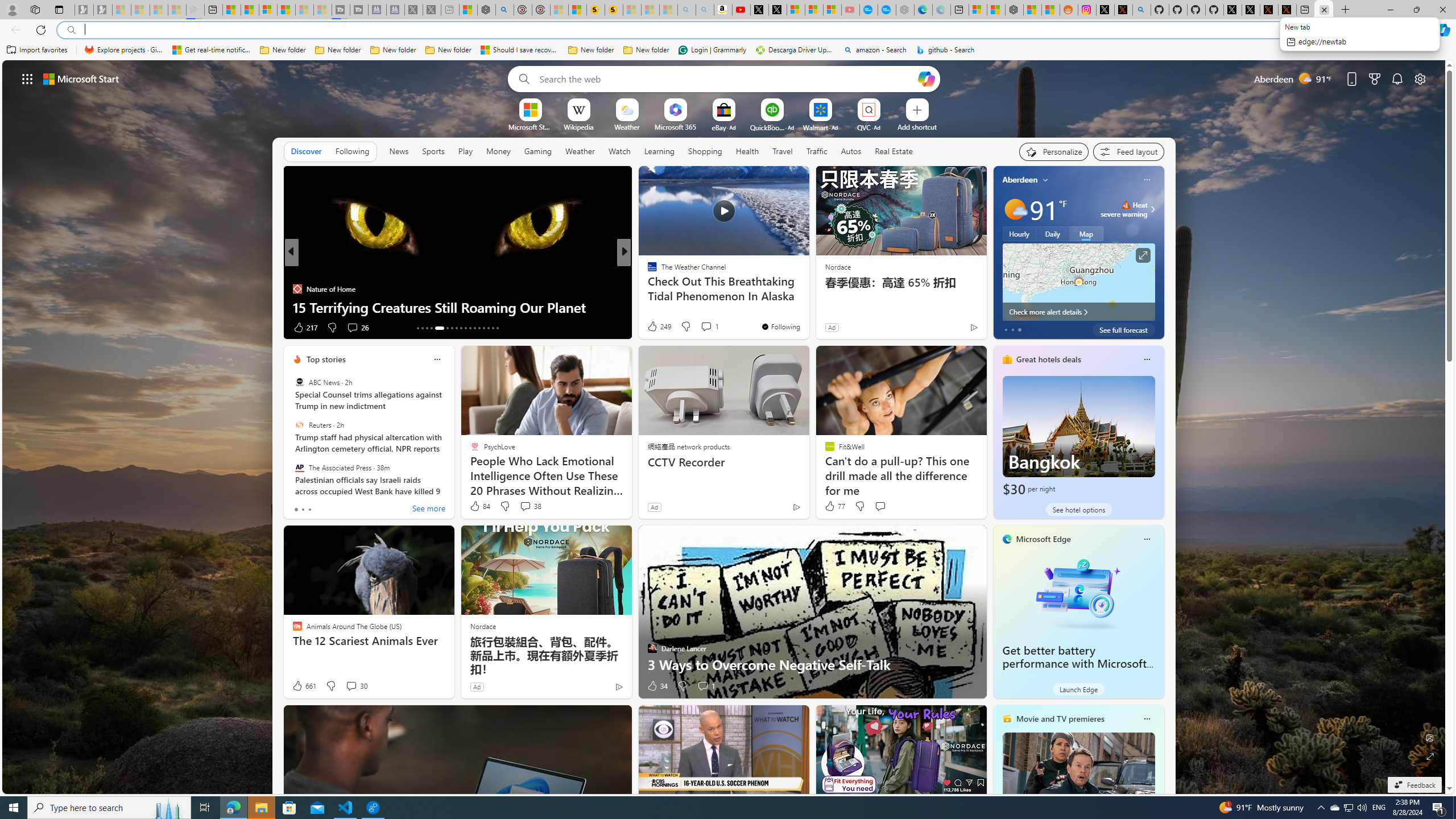 The image size is (1456, 819). Describe the element at coordinates (417, 328) in the screenshot. I see `'AutomationID: tab-13'` at that location.